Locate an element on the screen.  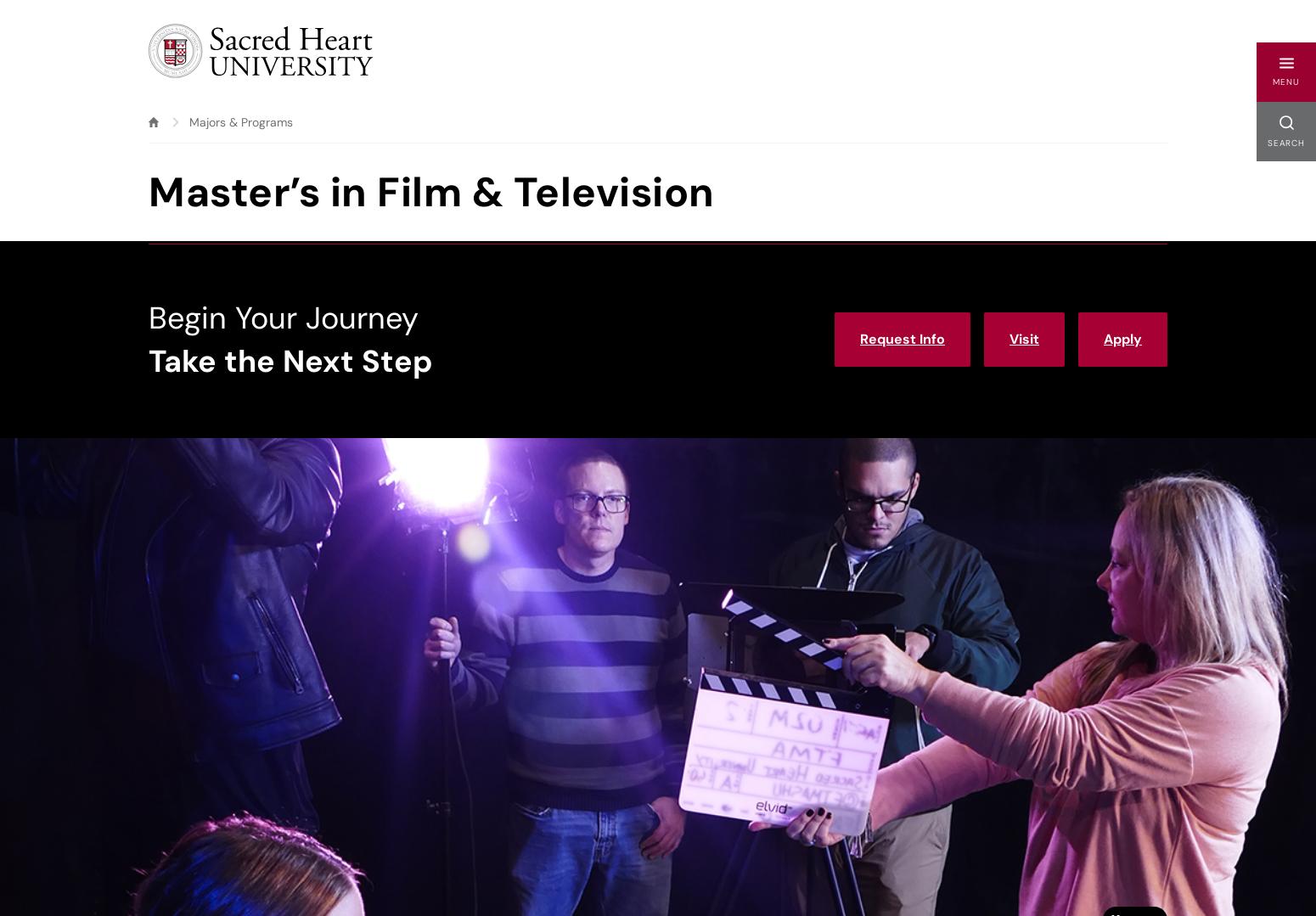
'0' is located at coordinates (1154, 122).